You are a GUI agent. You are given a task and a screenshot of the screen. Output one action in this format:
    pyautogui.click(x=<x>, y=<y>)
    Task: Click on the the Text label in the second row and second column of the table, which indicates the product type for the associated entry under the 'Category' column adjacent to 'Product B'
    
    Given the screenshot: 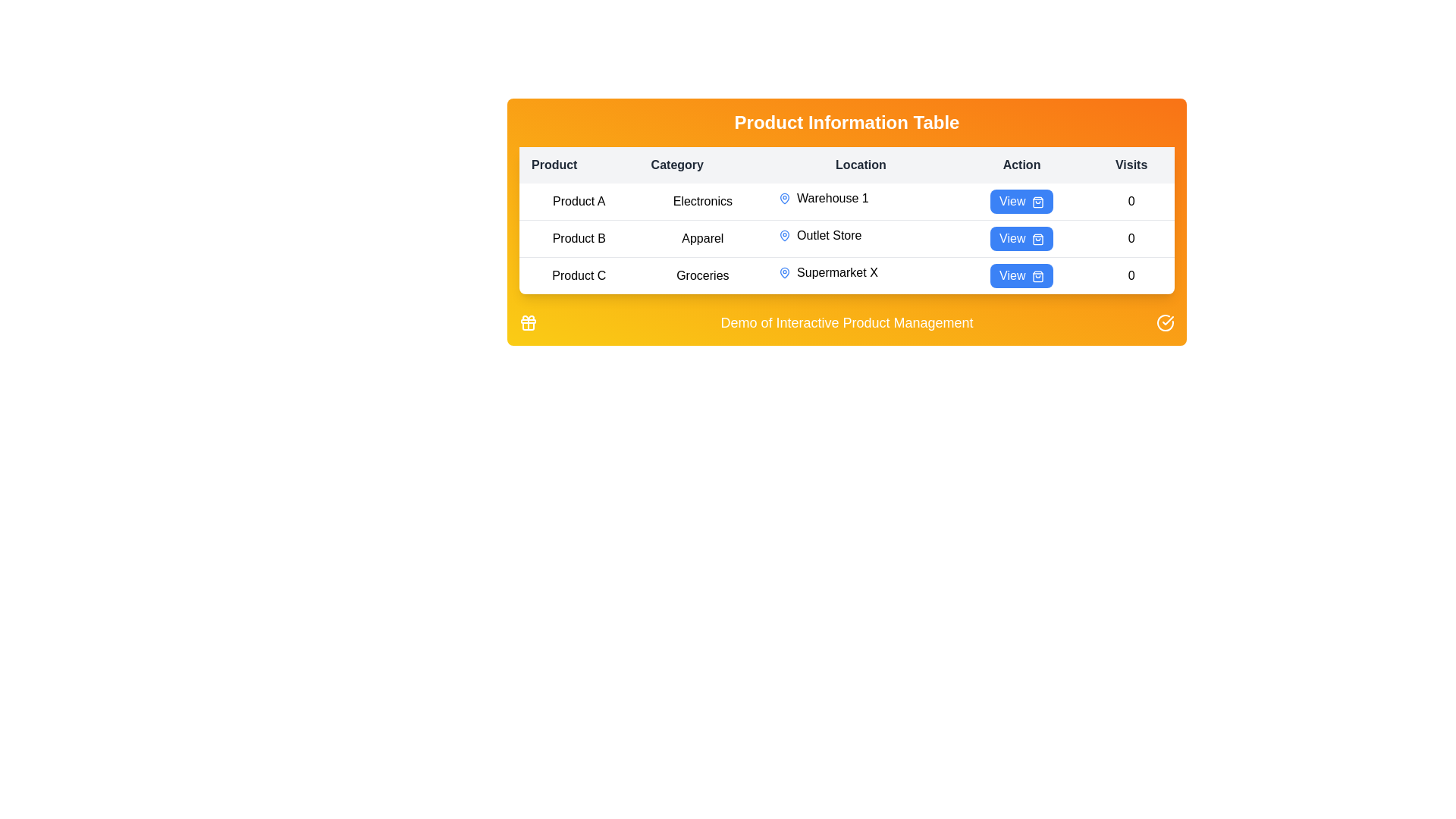 What is the action you would take?
    pyautogui.click(x=701, y=239)
    